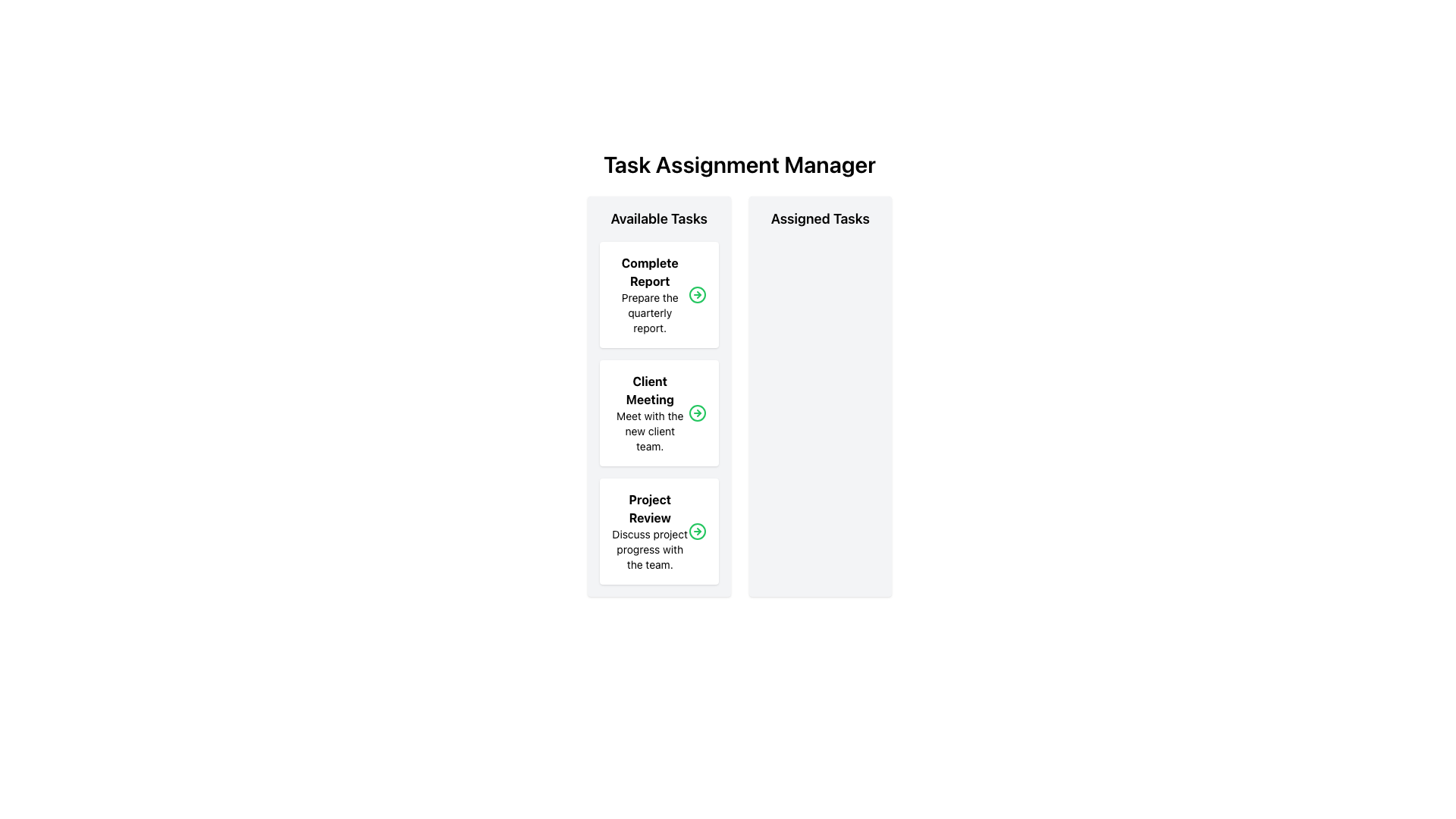 This screenshot has height=819, width=1456. I want to click on the green circular interactive icon with a rightward arrow located at the right end of the 'Complete Report' task card, so click(696, 295).